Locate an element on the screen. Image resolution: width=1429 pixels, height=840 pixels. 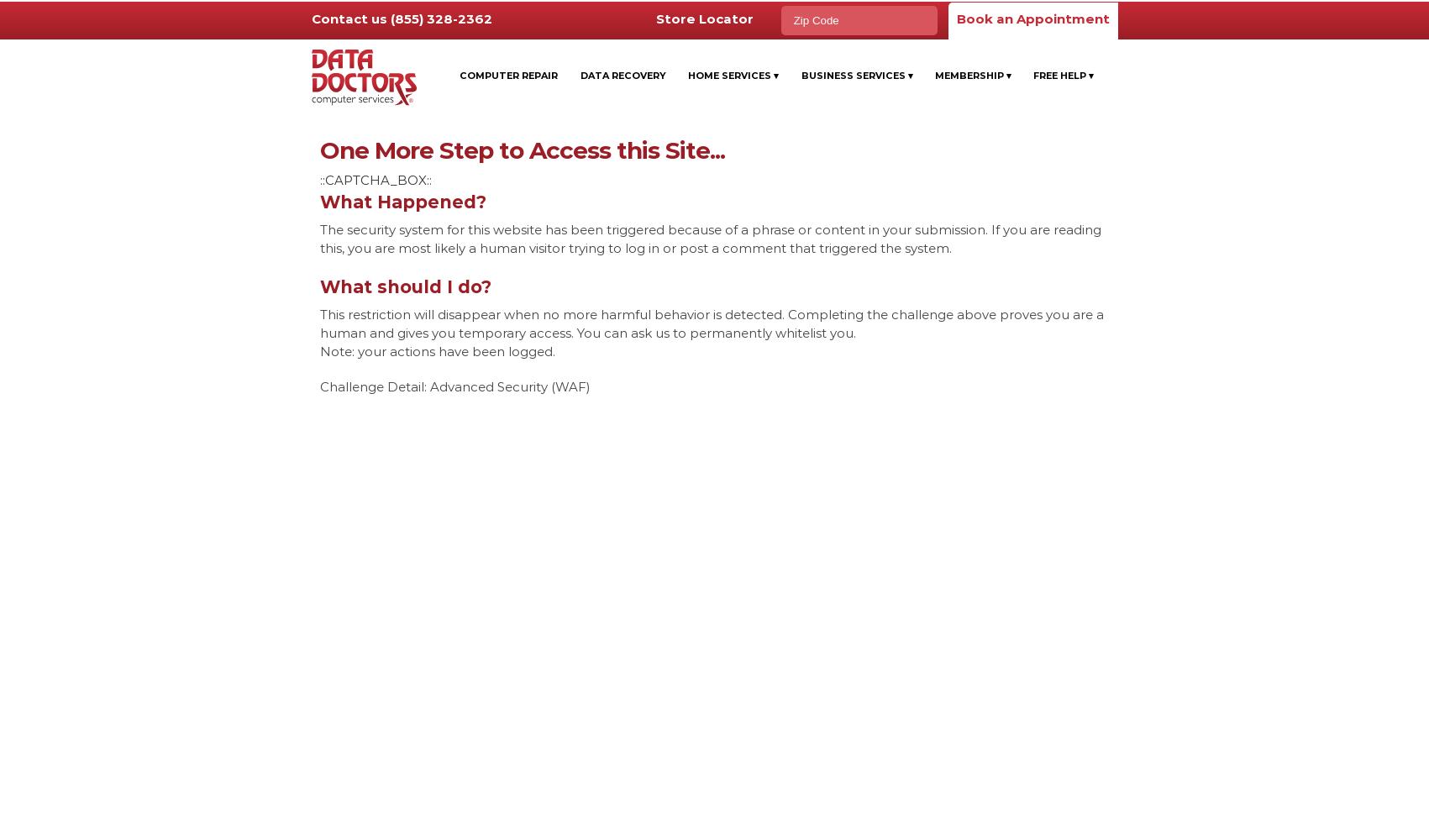
'::CAPTCHA_BOX::' is located at coordinates (318, 179).